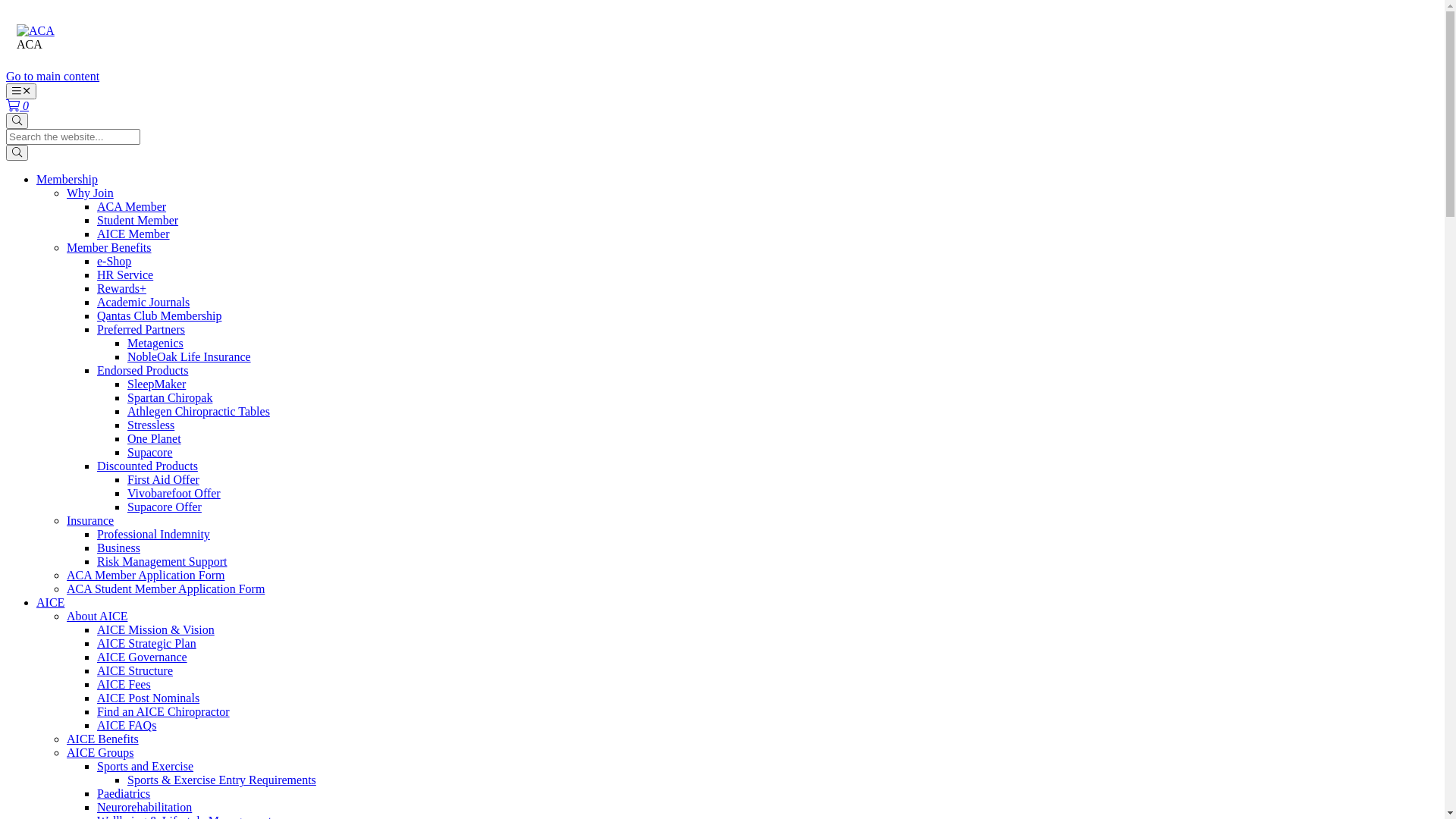 This screenshot has width=1456, height=819. I want to click on 'Preferred Partners', so click(141, 328).